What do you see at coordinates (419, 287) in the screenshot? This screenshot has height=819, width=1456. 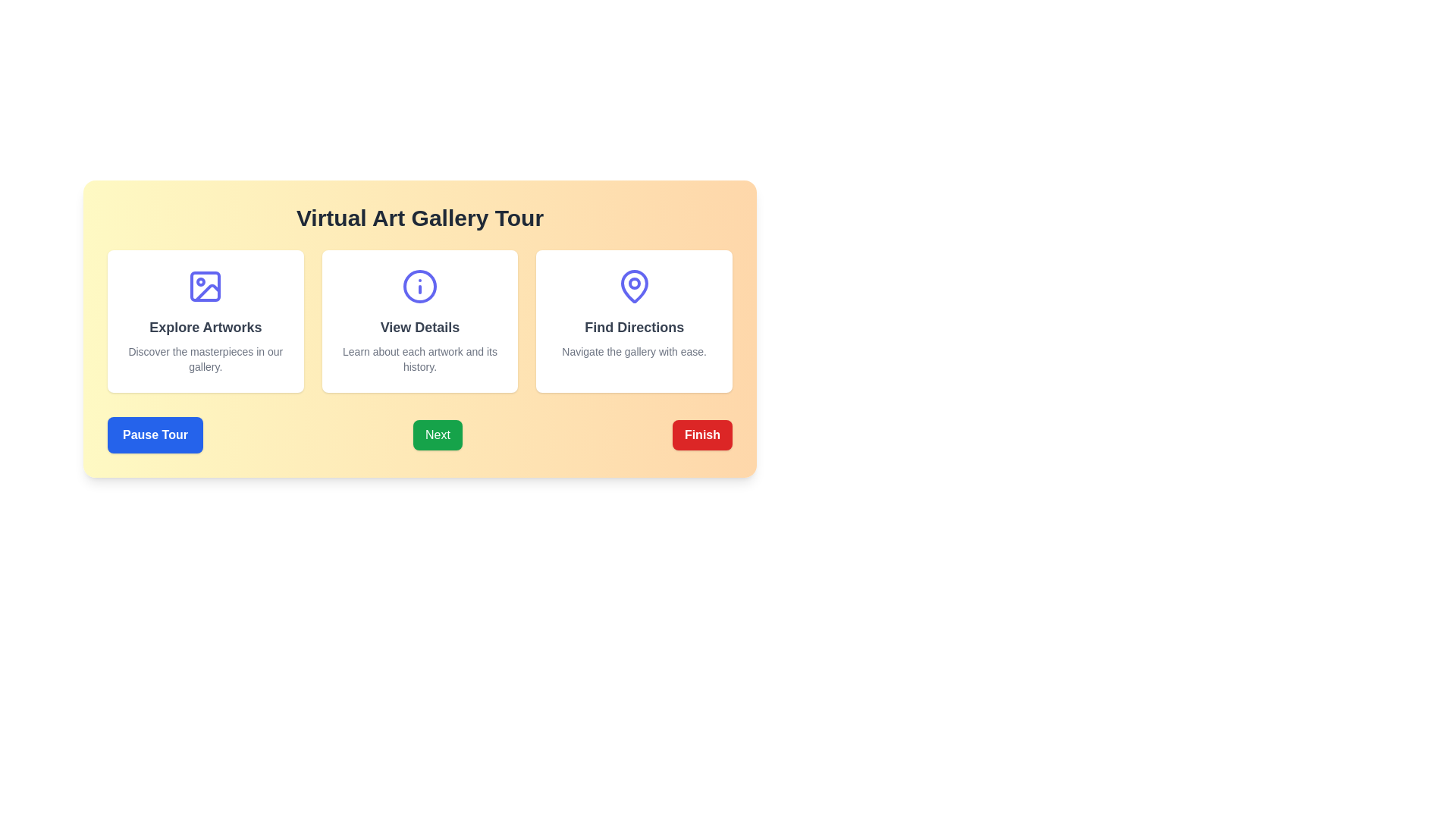 I see `the circular icon with a blue outline containing an ‘i’ symbol, located centrally in the middle card of the 'Virtual Art Gallery Tour' section` at bounding box center [419, 287].